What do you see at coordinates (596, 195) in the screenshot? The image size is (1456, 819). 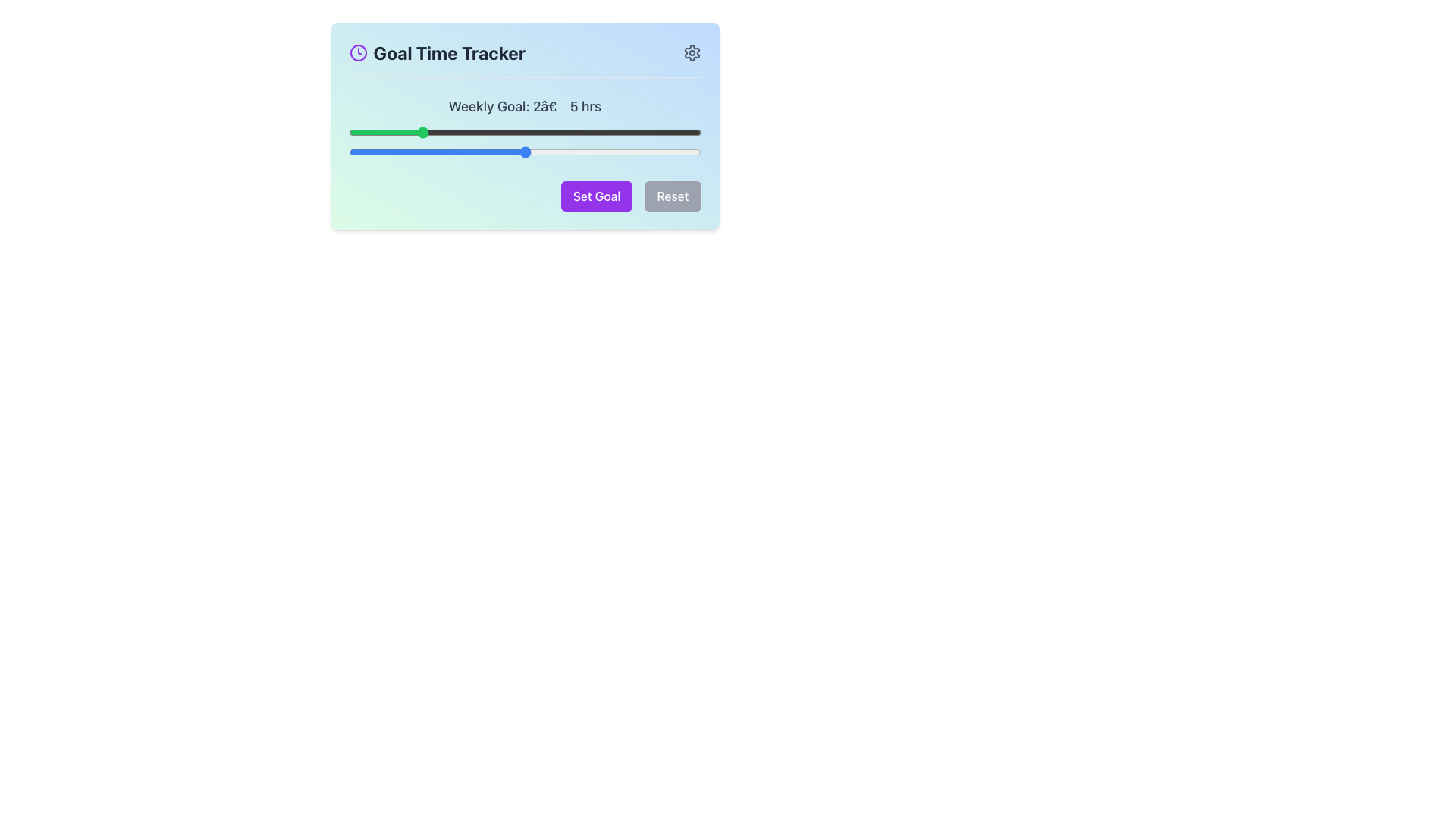 I see `the leftmost button for confirming the goal setting in the 'Goal Time Tracker'` at bounding box center [596, 195].